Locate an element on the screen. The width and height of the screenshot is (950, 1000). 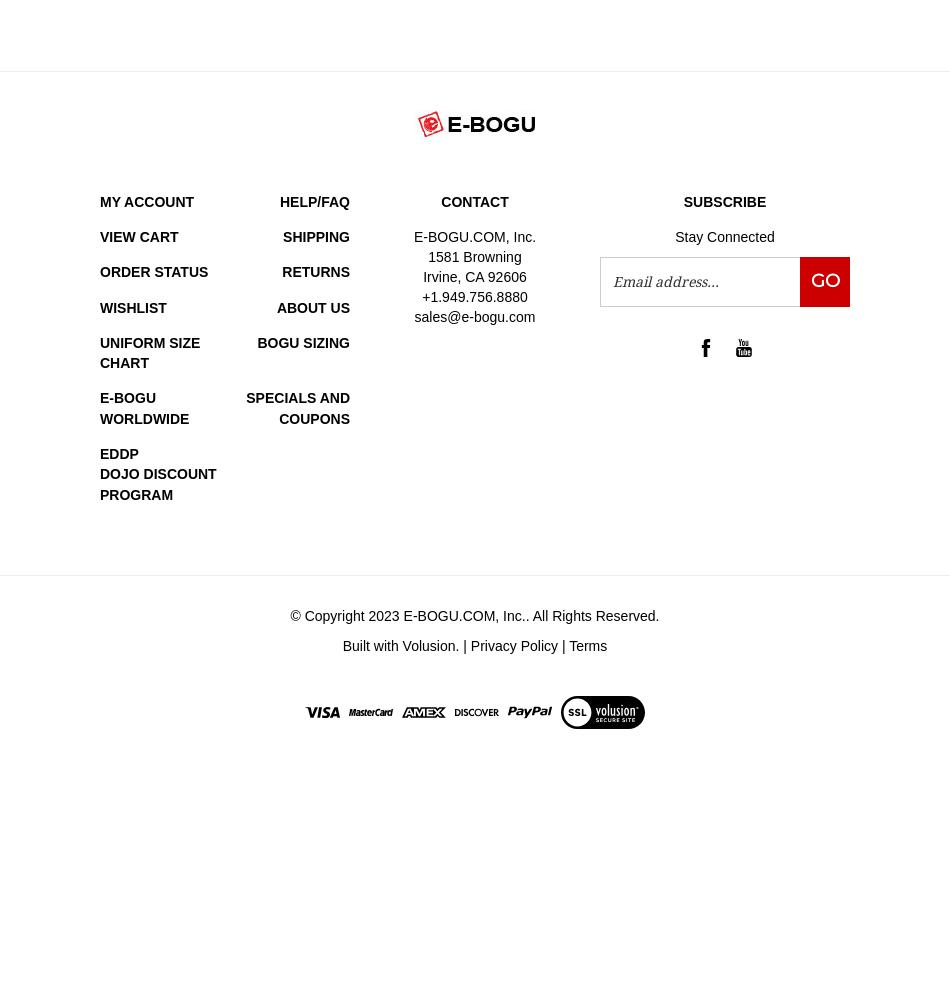
'View Cart' is located at coordinates (138, 235).